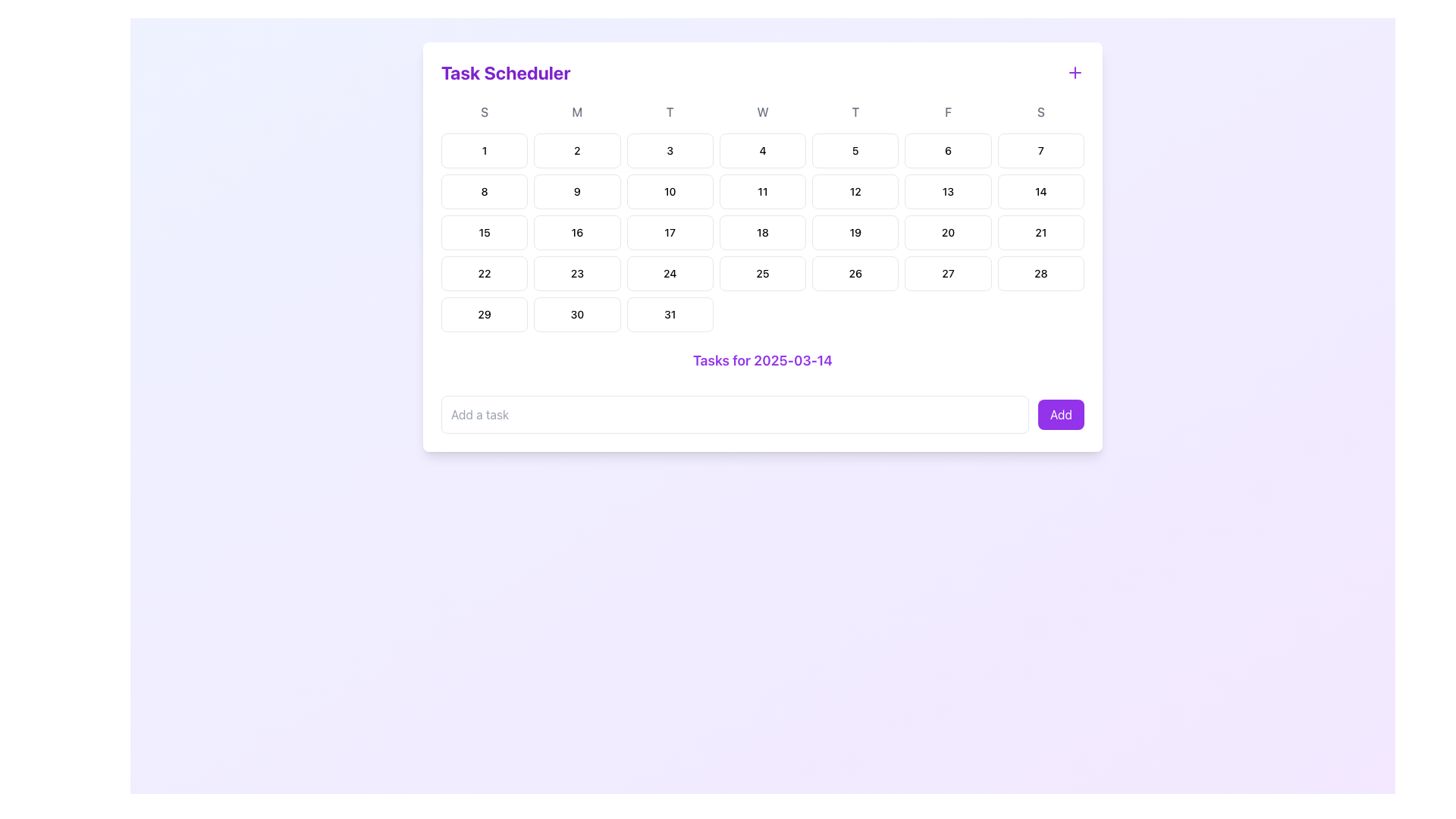  I want to click on the static label representing 'Thursday' in the week view grid, which is the fifth item from the left, so click(855, 111).